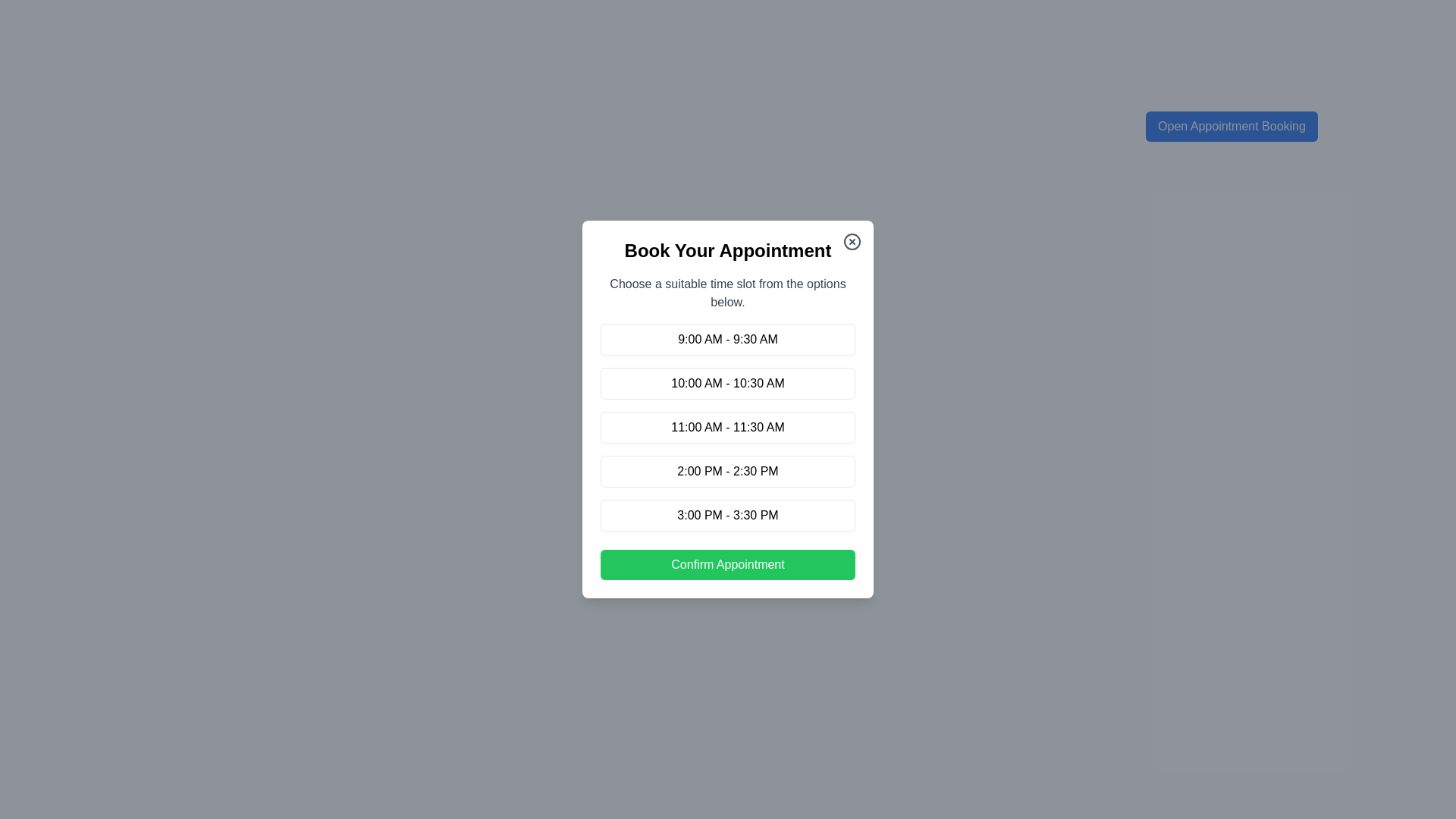 The height and width of the screenshot is (819, 1456). I want to click on the Close button located at the top-right corner of the white card to change its color, so click(852, 241).